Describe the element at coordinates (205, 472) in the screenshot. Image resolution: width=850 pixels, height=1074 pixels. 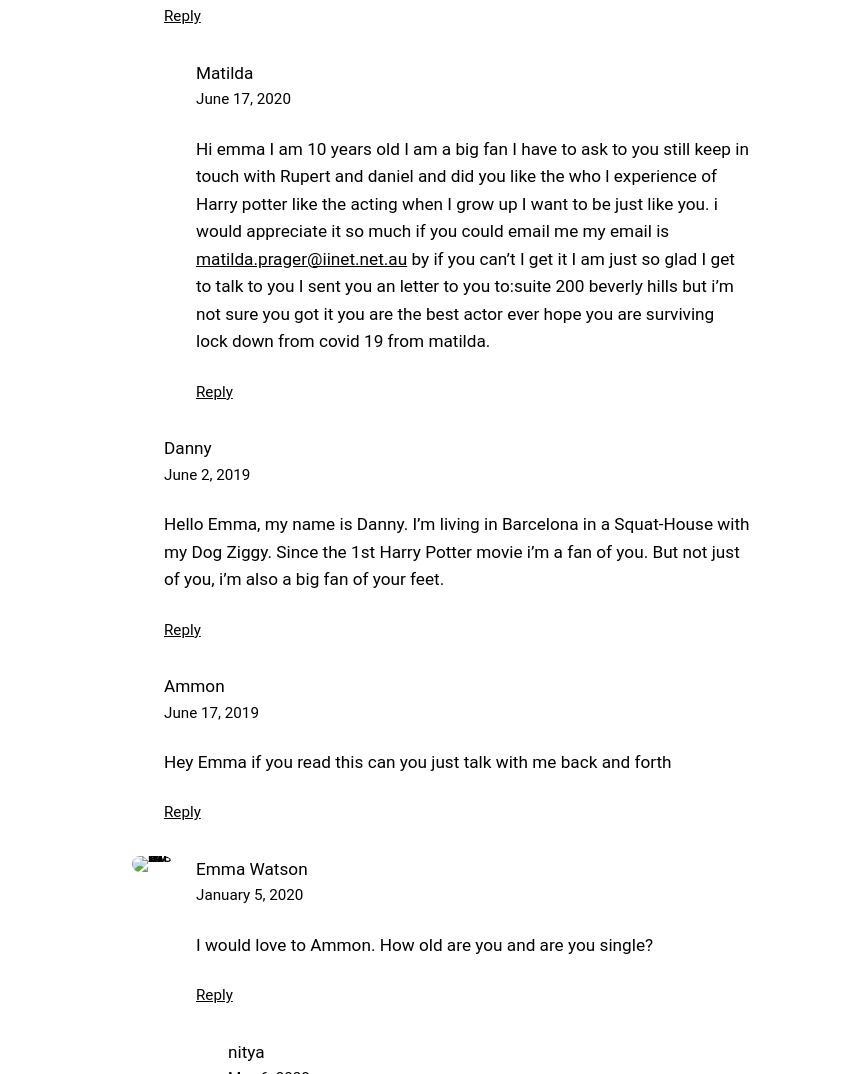
I see `'June 2, 2019'` at that location.